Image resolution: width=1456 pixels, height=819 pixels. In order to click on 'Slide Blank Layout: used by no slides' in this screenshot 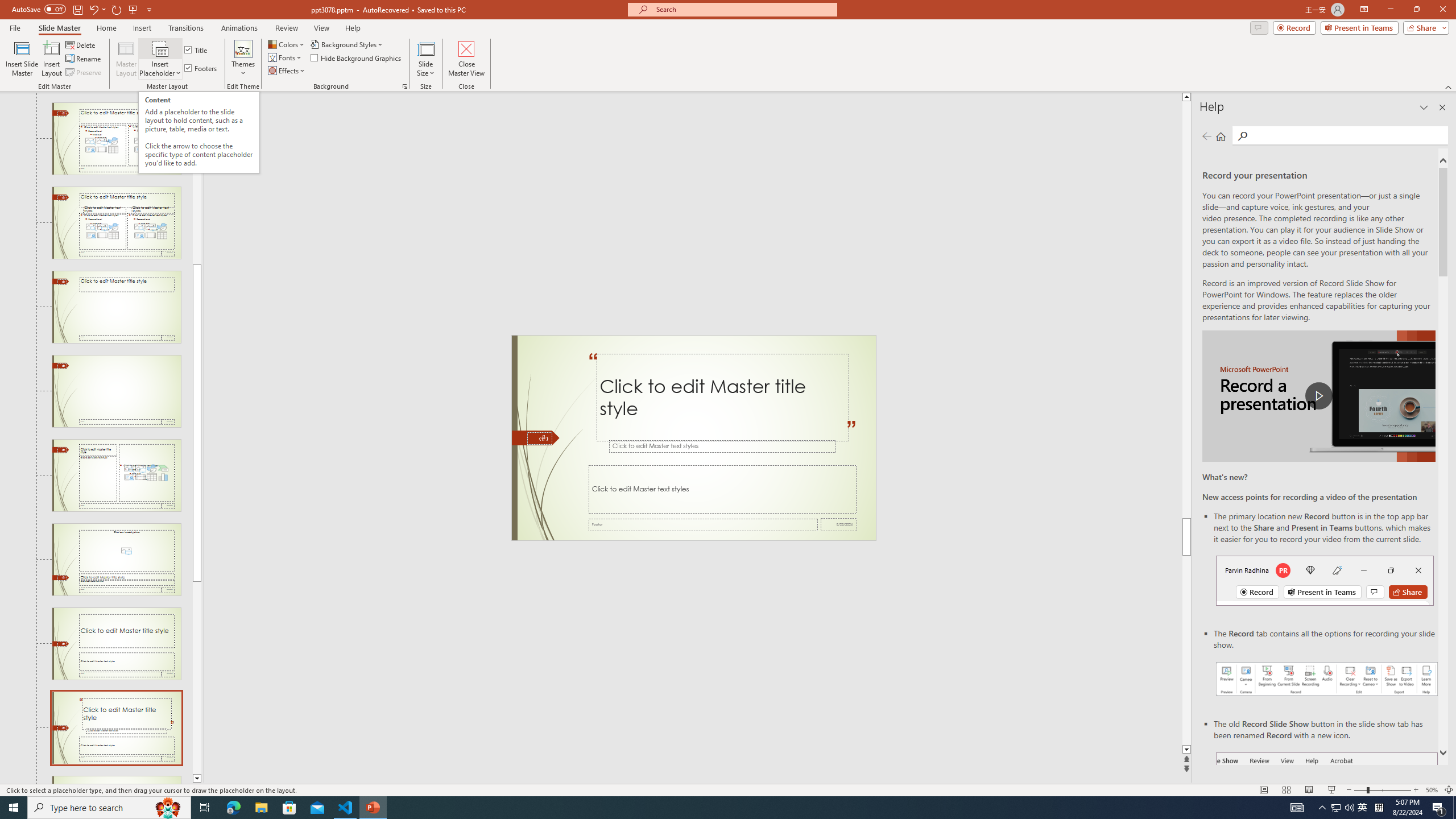, I will do `click(115, 391)`.